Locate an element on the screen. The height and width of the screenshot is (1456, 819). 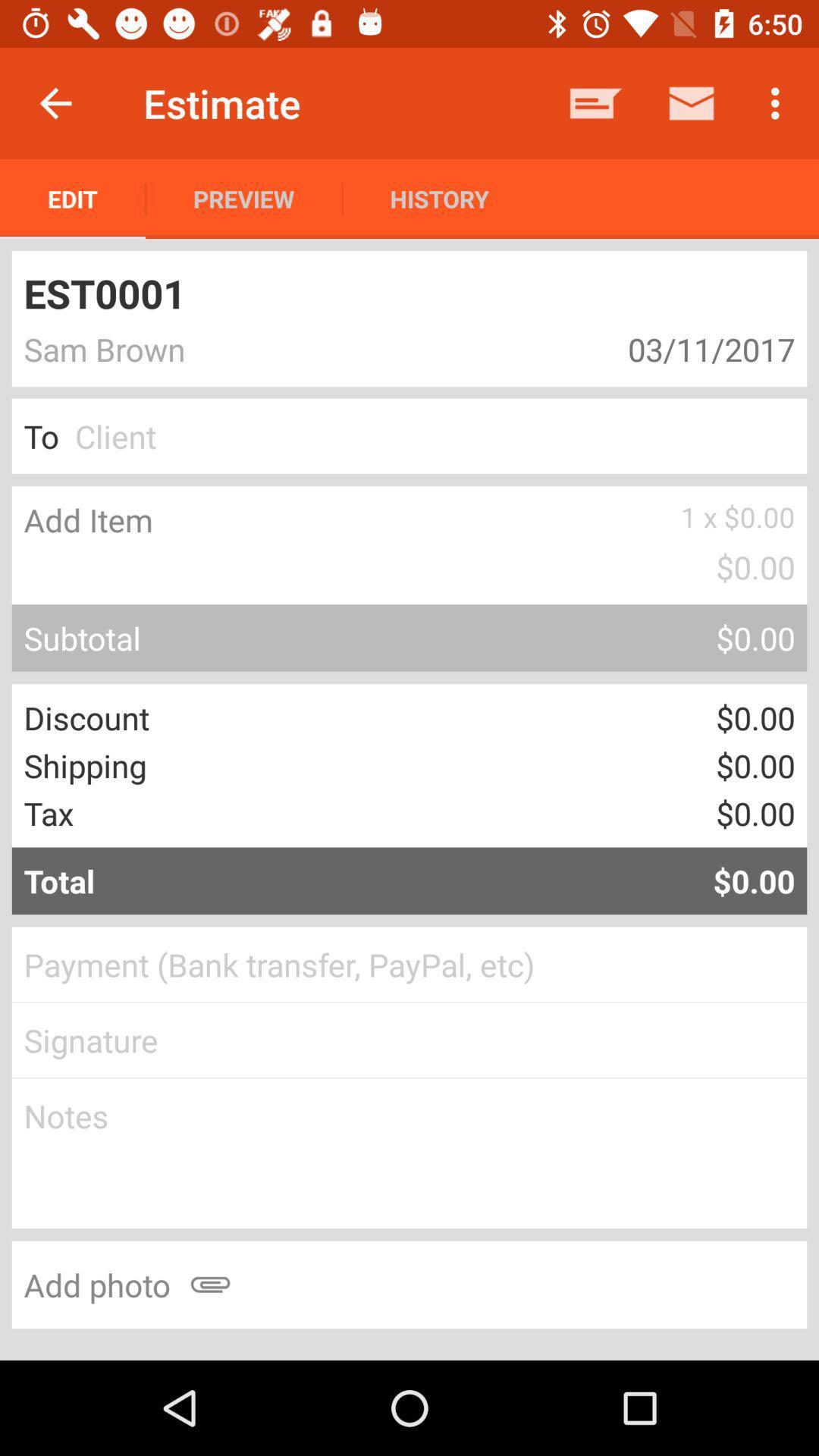
item next to the preview item is located at coordinates (439, 198).